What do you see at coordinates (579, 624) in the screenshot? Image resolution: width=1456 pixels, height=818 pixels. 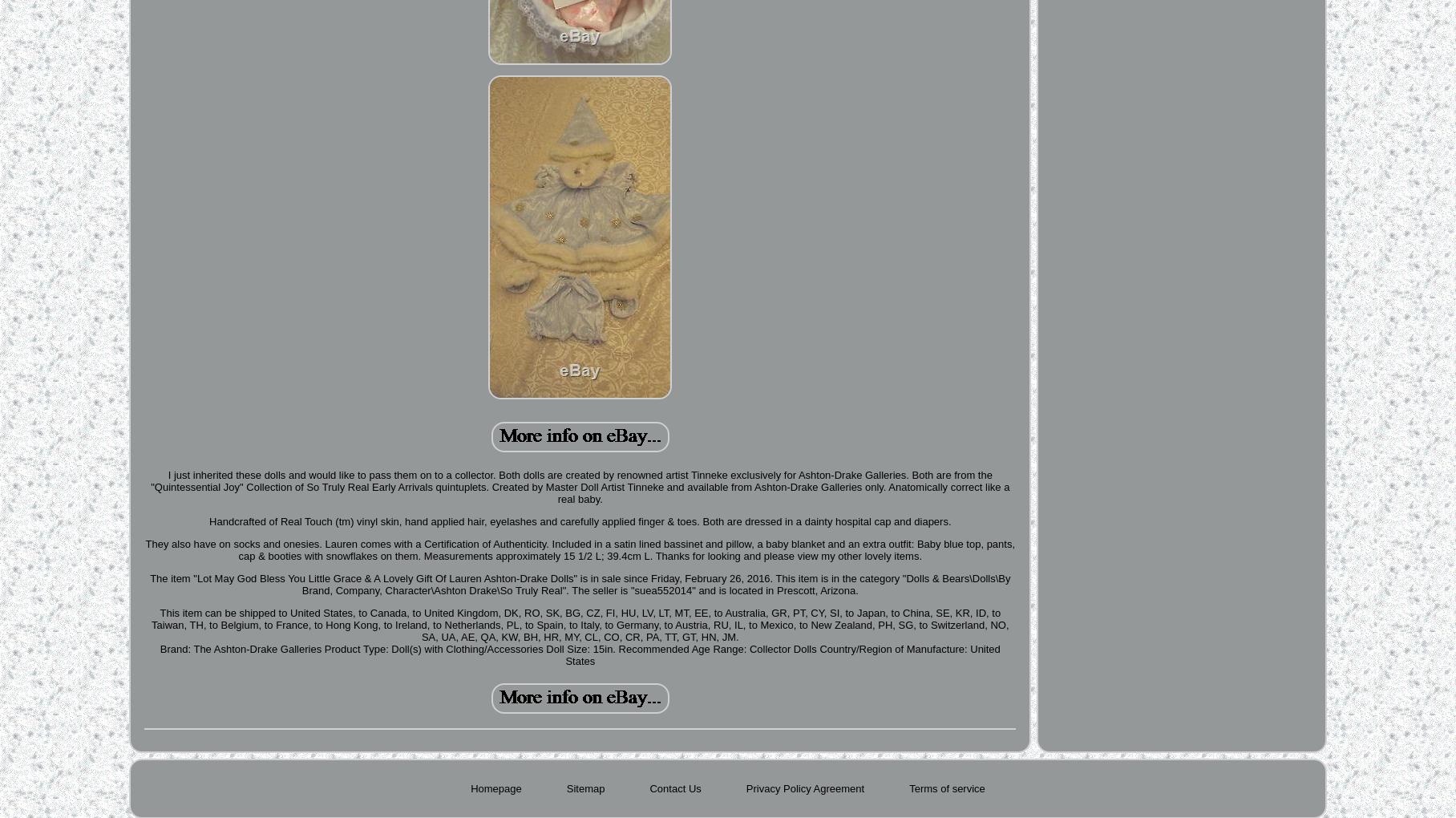 I see `'This item can be shipped to United States, to Canada, to United Kingdom, DK, RO, SK, BG, CZ, FI, HU, LV, LT, MT, EE, to Australia, GR, PT, CY, SI, to Japan, to China, SE, KR, ID, to Taiwan, TH, to Belgium, to France, to Hong Kong, to Ireland, to Netherlands, PL, to Spain, to Italy, to Germany, to Austria, RU, IL, to Mexico, to New Zealand, PH, SG, to Switzerland, NO, SA, UA, AE, QA, KW, BH, HR, MY, CL, CO, CR, PA, TT, GT, HN, JM.'` at bounding box center [579, 624].